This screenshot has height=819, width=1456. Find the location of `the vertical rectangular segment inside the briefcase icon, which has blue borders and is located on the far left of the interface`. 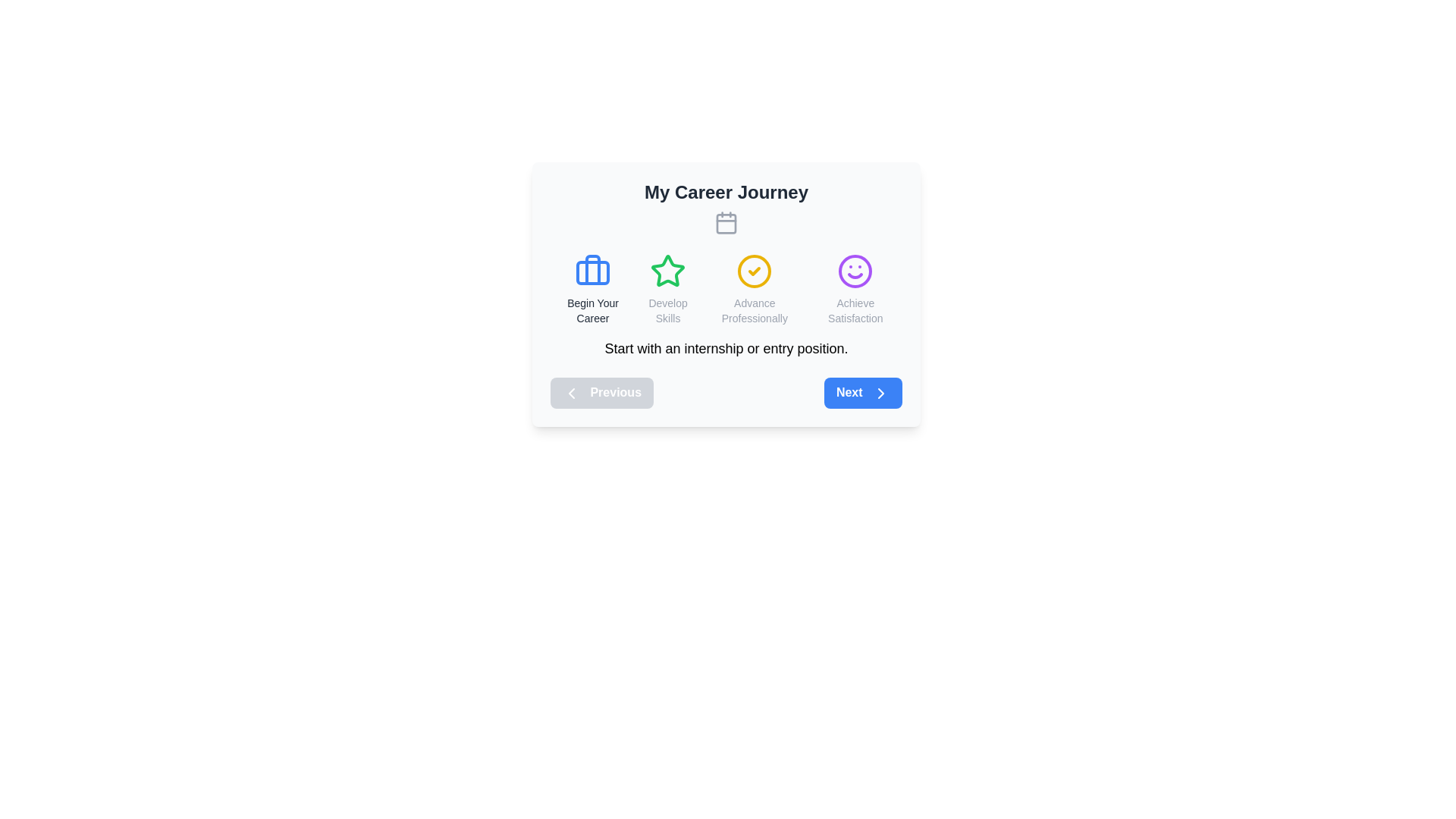

the vertical rectangular segment inside the briefcase icon, which has blue borders and is located on the far left of the interface is located at coordinates (592, 268).